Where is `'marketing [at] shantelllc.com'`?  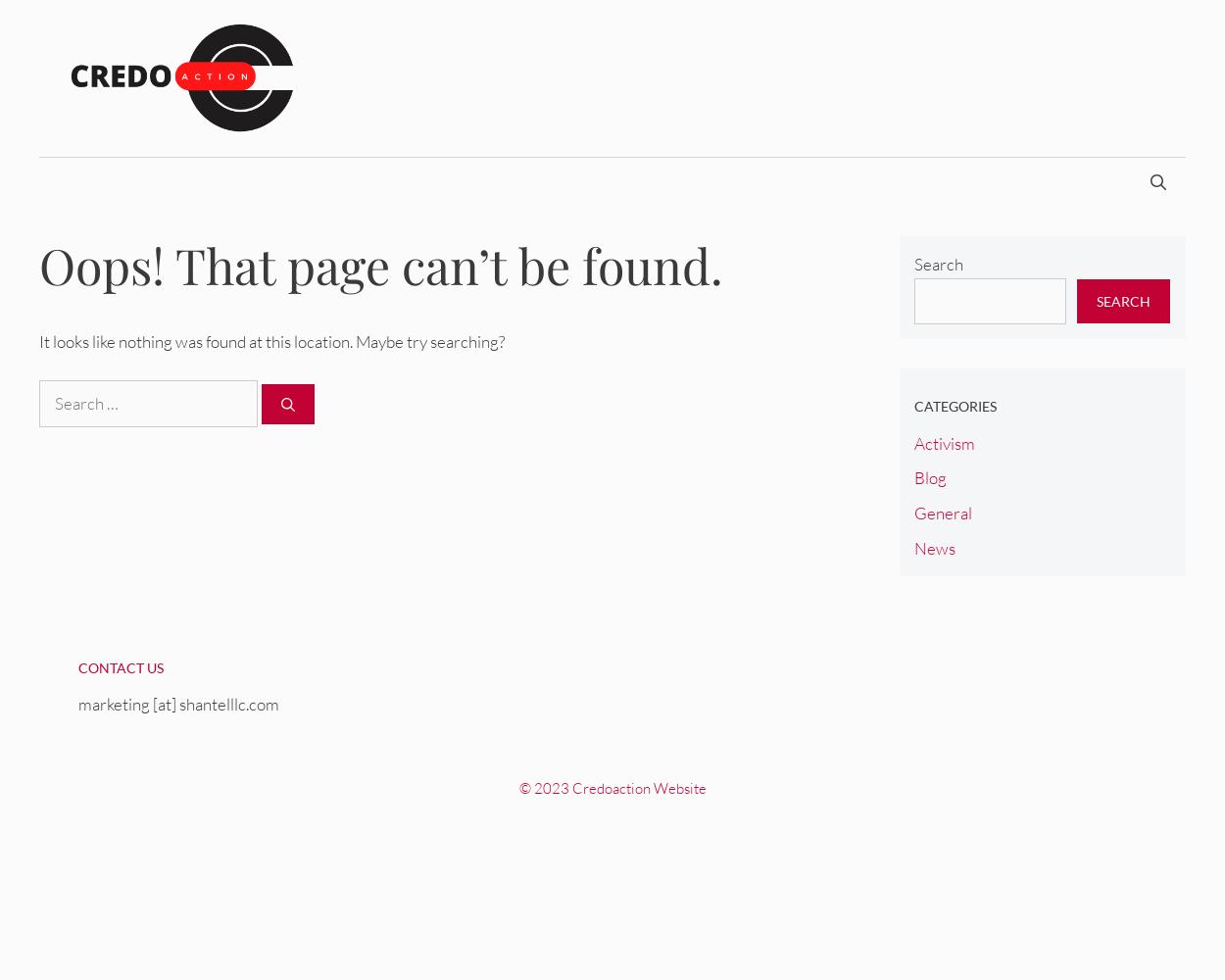
'marketing [at] shantelllc.com' is located at coordinates (178, 703).